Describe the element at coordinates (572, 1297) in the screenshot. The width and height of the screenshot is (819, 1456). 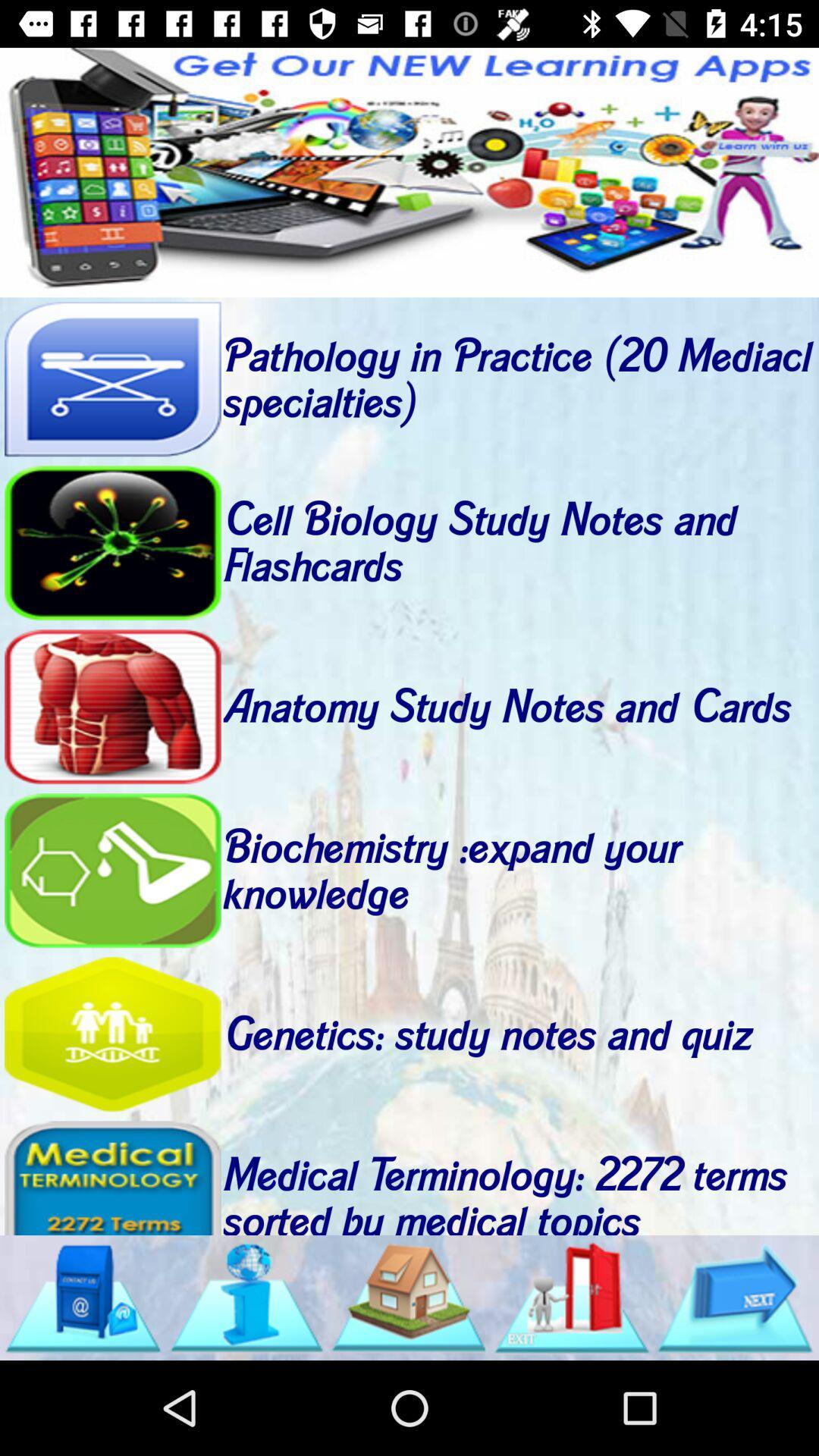
I see `open more study notes` at that location.